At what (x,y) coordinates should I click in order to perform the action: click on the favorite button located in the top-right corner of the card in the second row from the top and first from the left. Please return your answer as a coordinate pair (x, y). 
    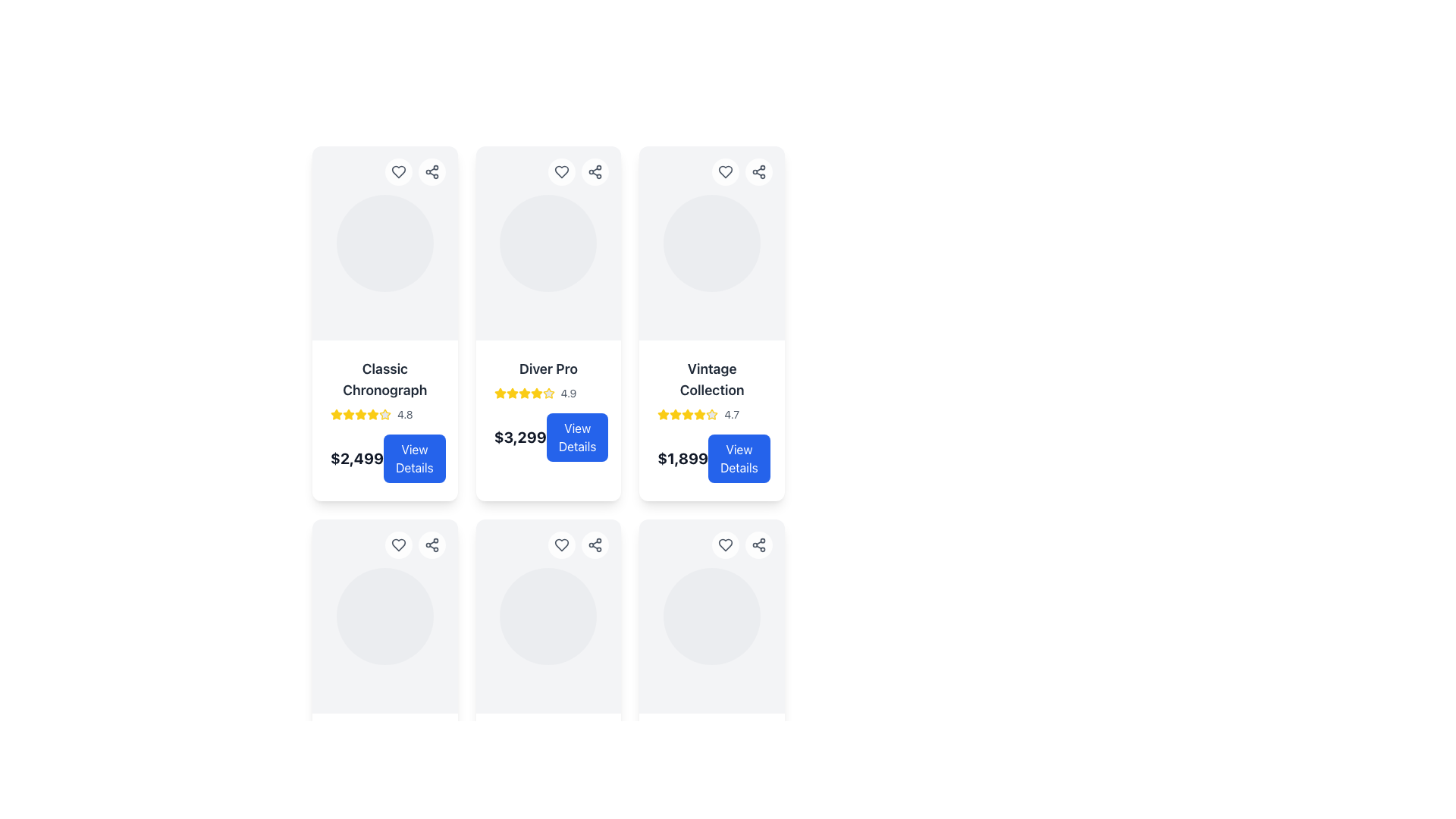
    Looking at the image, I should click on (398, 544).